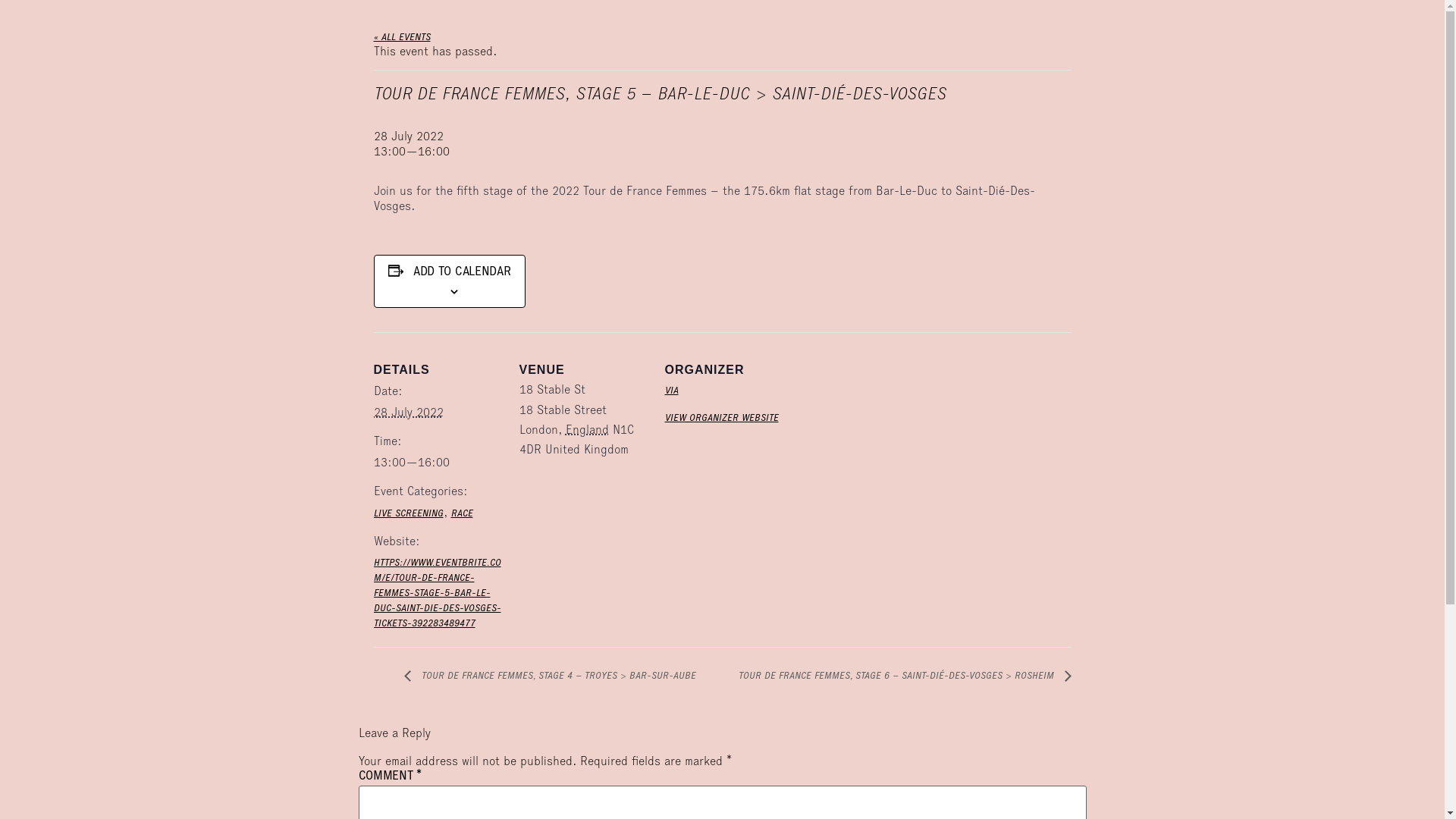 This screenshot has height=819, width=1456. I want to click on 'RACE', so click(460, 513).